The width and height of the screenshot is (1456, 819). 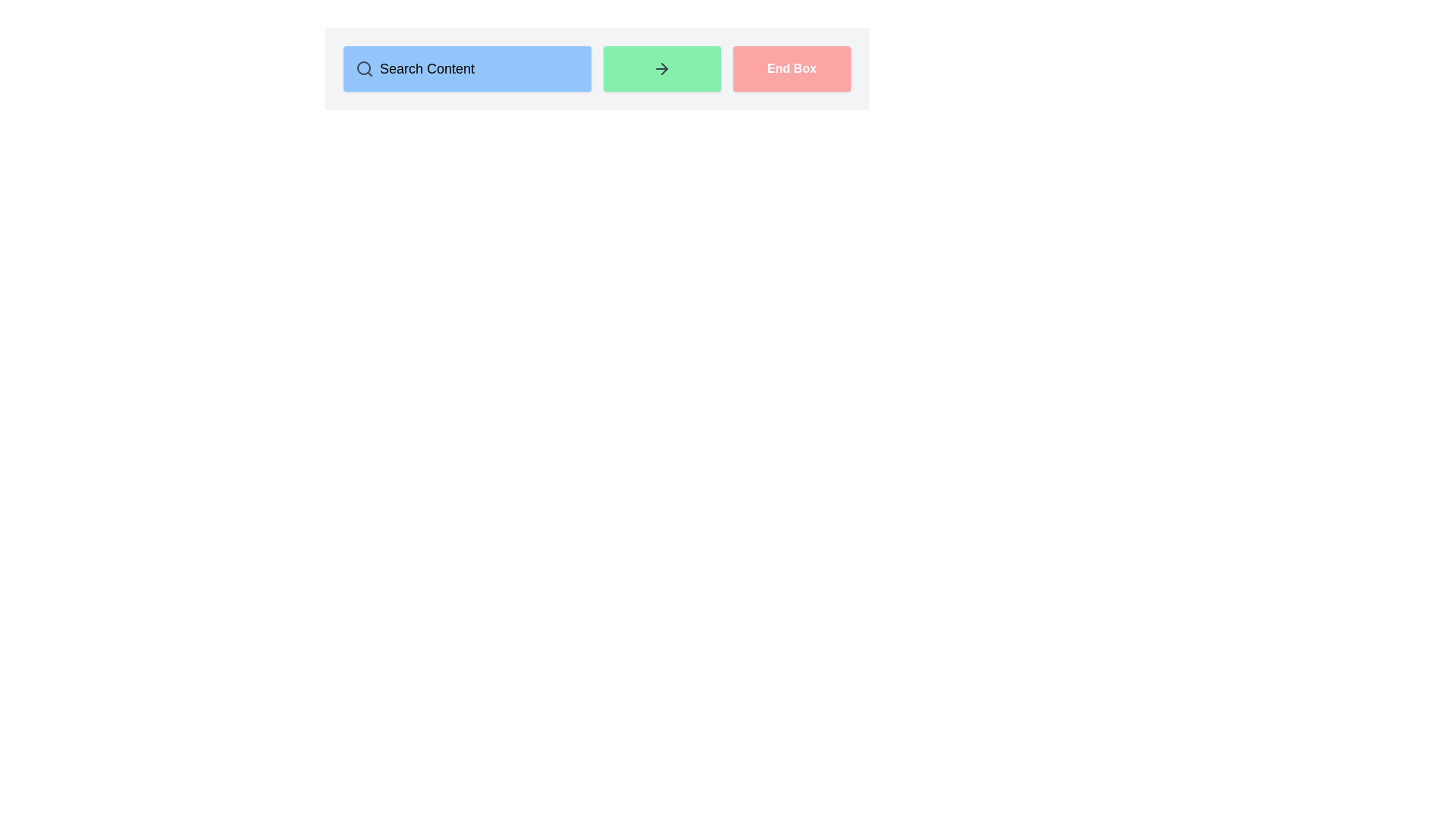 I want to click on the green rectangular button with rounded corners that has a right-pointing arrow icon, which is the third element in a grid layout between the blue 'Search Content' box and the pink 'End Box', to observe any hover-based effects or tooltips, so click(x=662, y=69).